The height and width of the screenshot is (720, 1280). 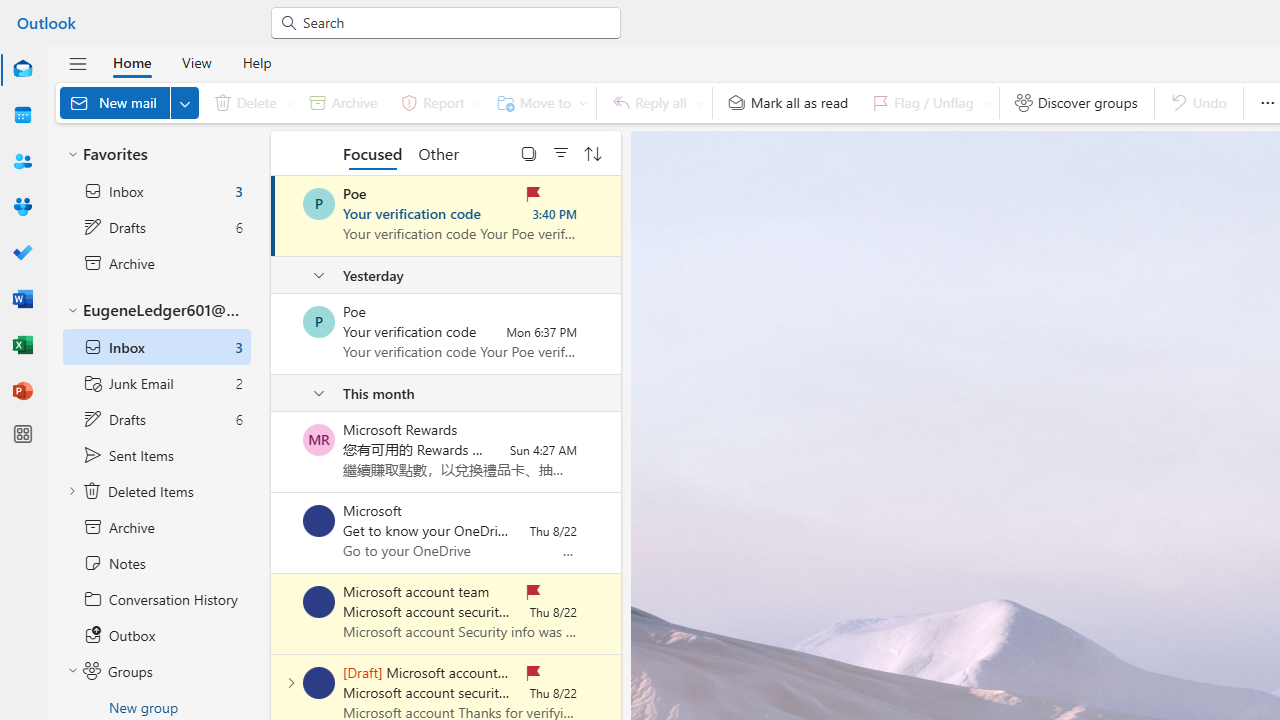 What do you see at coordinates (155, 598) in the screenshot?
I see `'Conversation History'` at bounding box center [155, 598].